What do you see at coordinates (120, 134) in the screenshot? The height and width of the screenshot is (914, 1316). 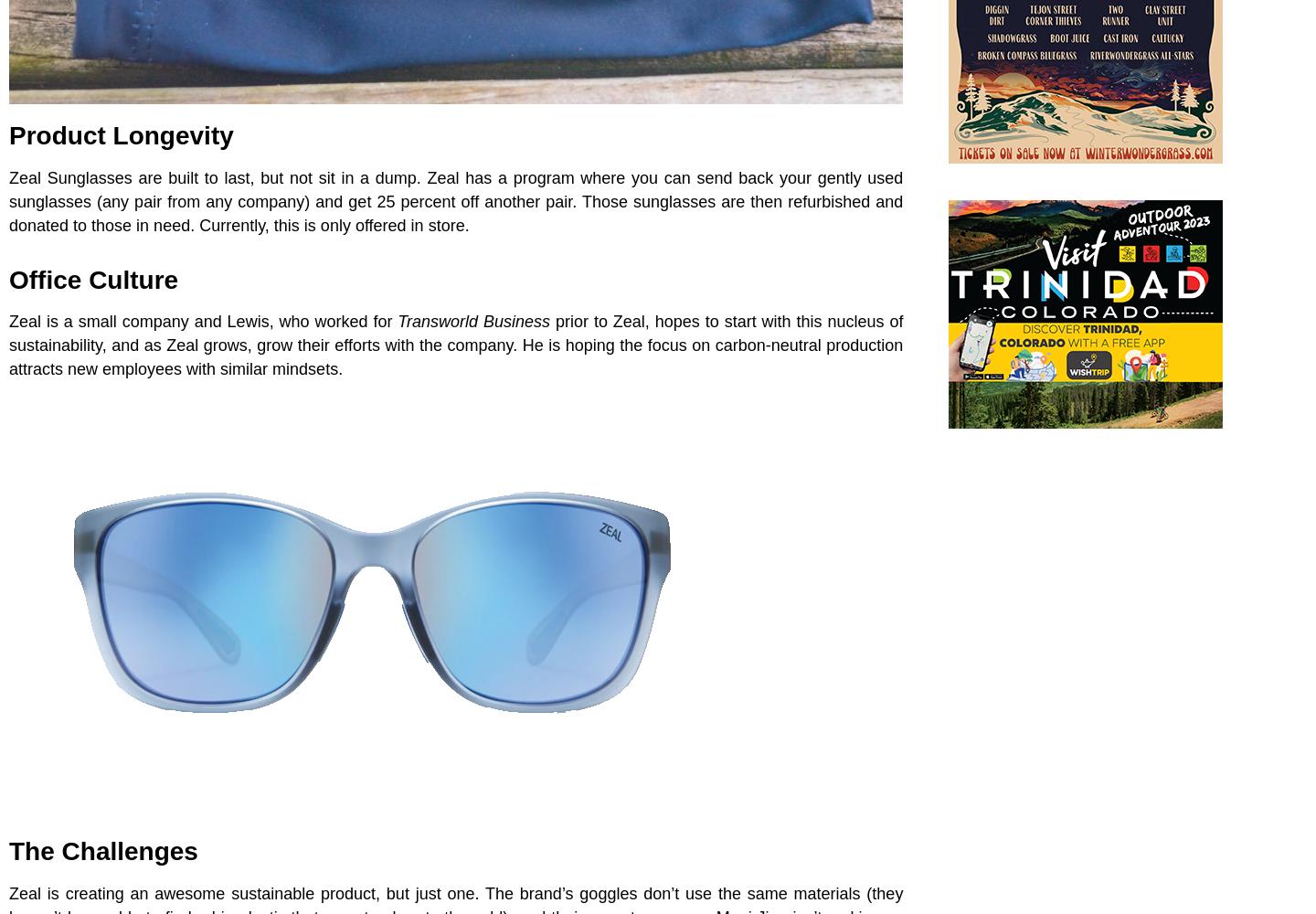 I see `'Product Longevity'` at bounding box center [120, 134].